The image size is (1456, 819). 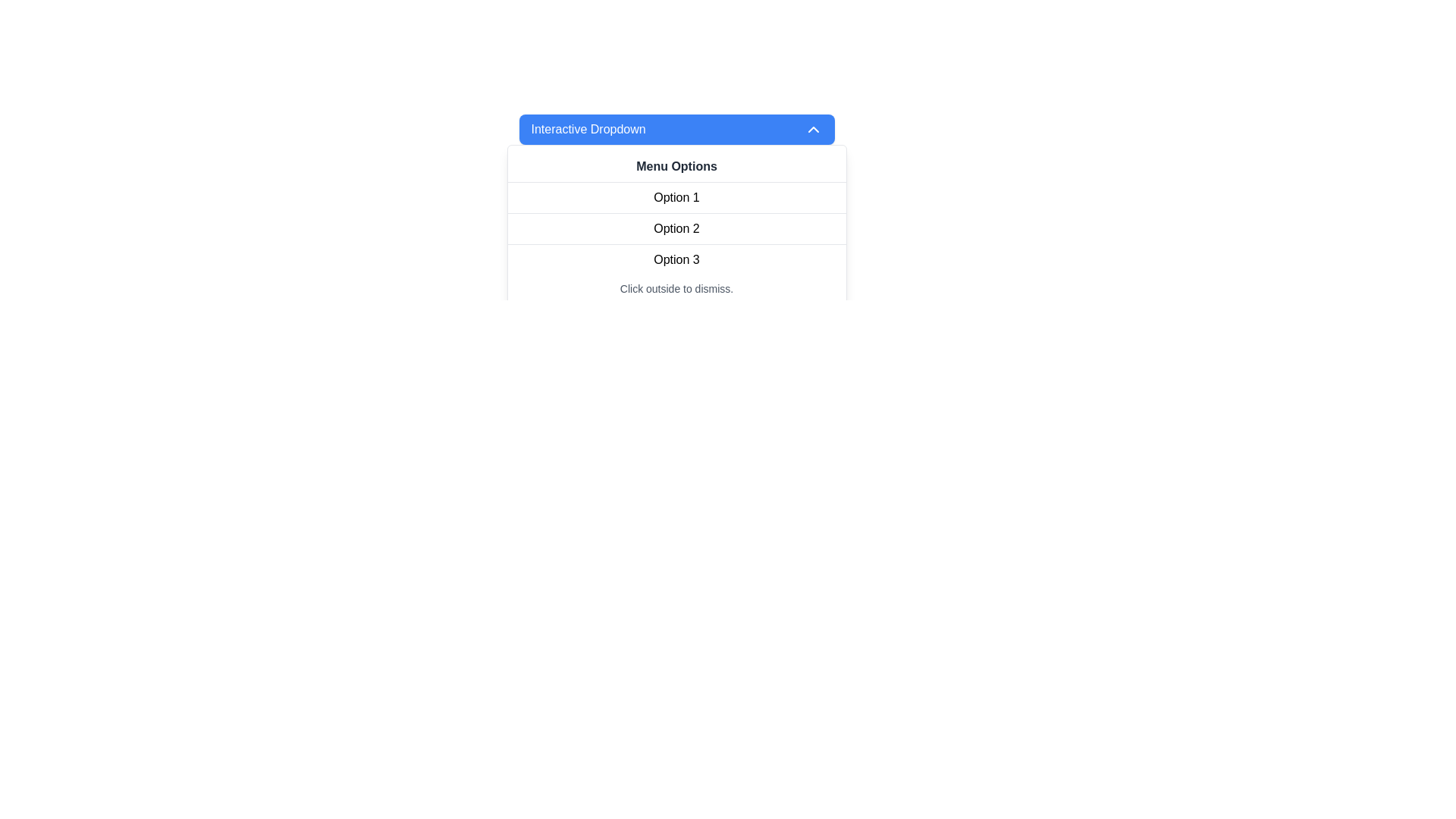 What do you see at coordinates (676, 128) in the screenshot?
I see `the button that toggles the visibility of the dropdown menu, located at the top center of the dropdown menu with options below it` at bounding box center [676, 128].